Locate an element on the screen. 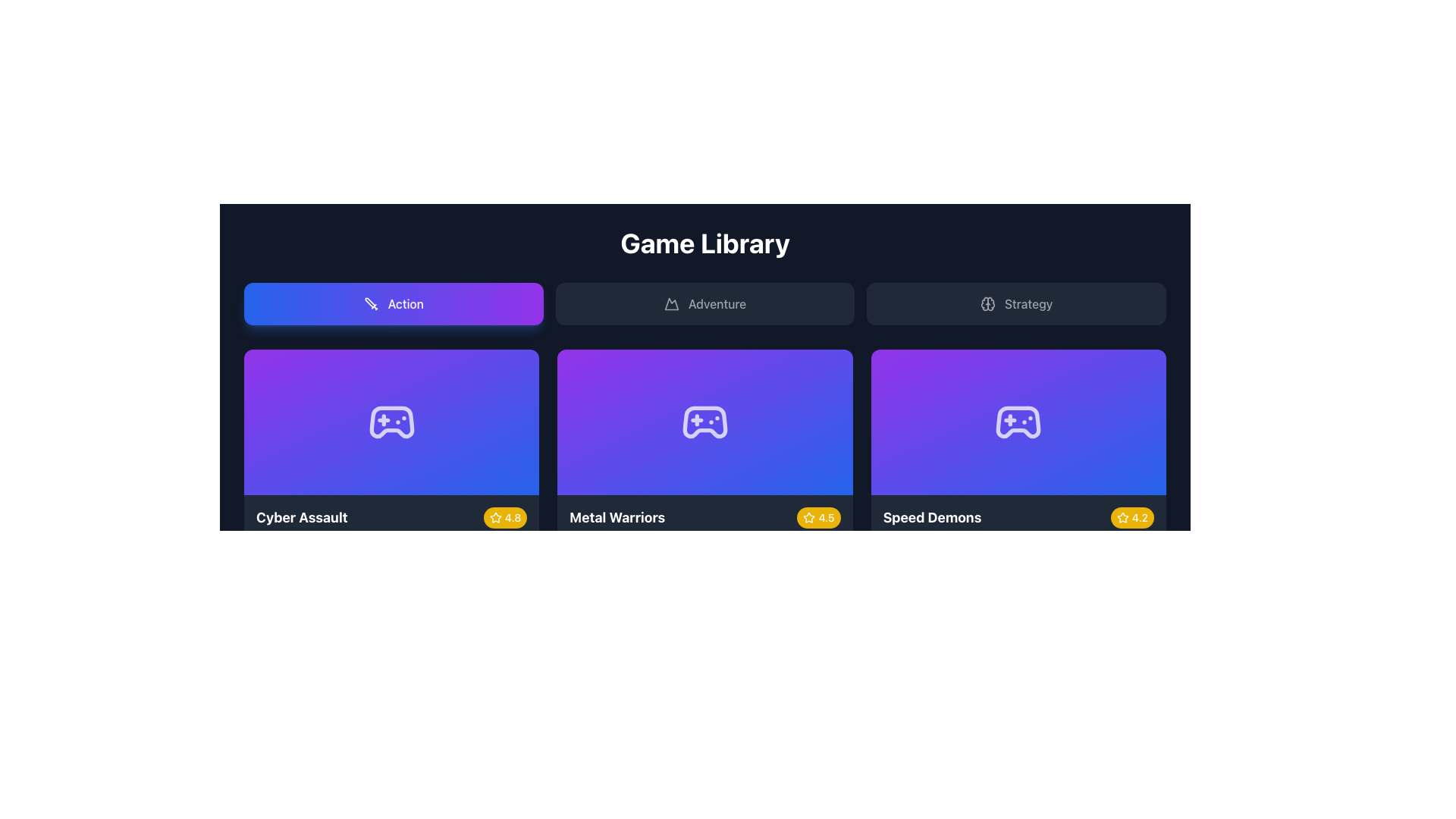 This screenshot has width=1456, height=819. the decorative mountain icon representing the adventure category, located in the header of the second category tab labeled 'Adventure' is located at coordinates (670, 304).